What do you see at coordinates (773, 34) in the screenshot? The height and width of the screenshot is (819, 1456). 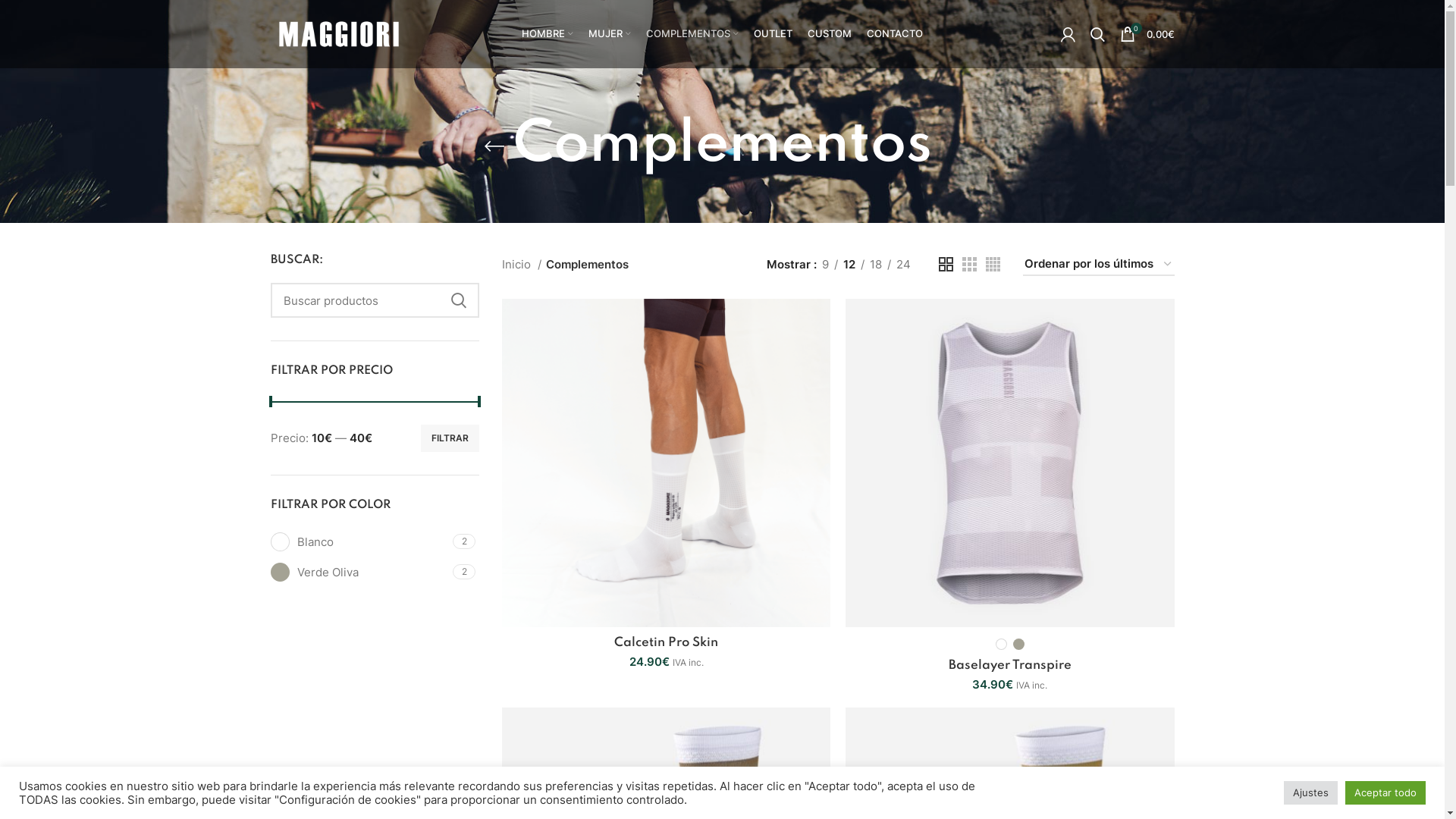 I see `'OUTLET'` at bounding box center [773, 34].